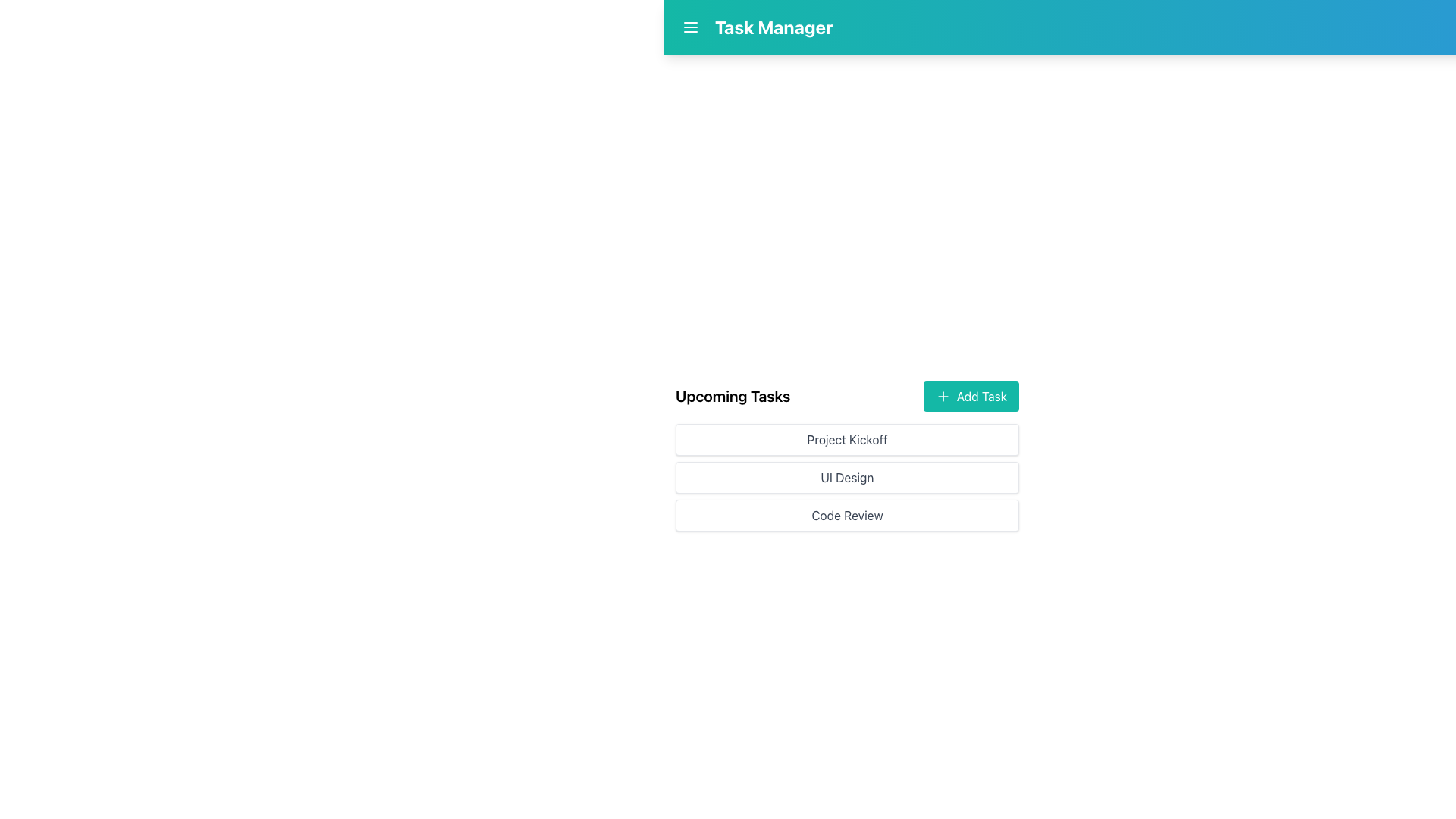  I want to click on the menu icon button located in the top-left corner of the page, adjacent to the text 'Task Manager', so click(690, 27).